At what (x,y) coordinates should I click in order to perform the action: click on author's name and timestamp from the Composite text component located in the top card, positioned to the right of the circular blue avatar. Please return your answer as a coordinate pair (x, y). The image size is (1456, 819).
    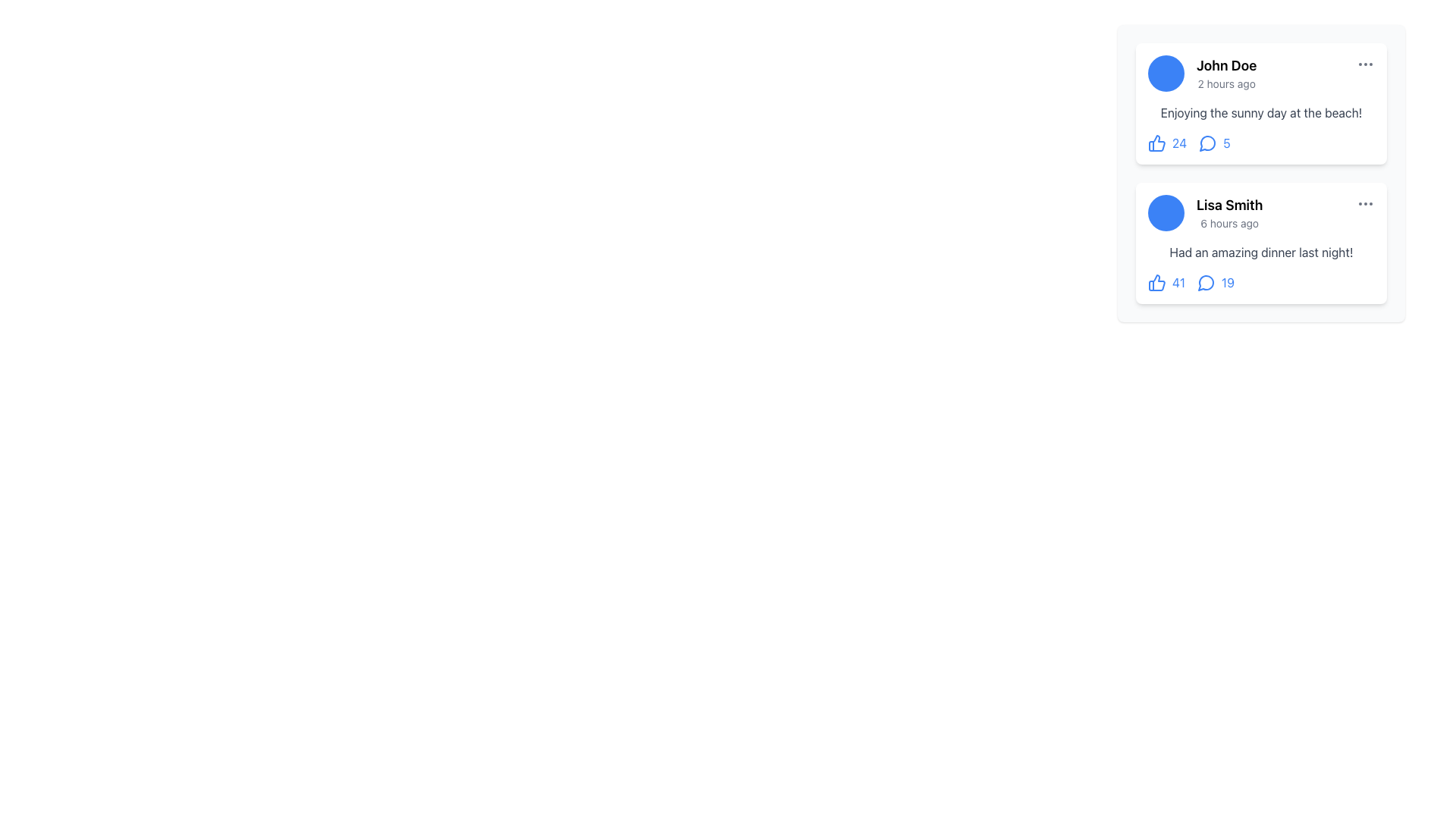
    Looking at the image, I should click on (1226, 73).